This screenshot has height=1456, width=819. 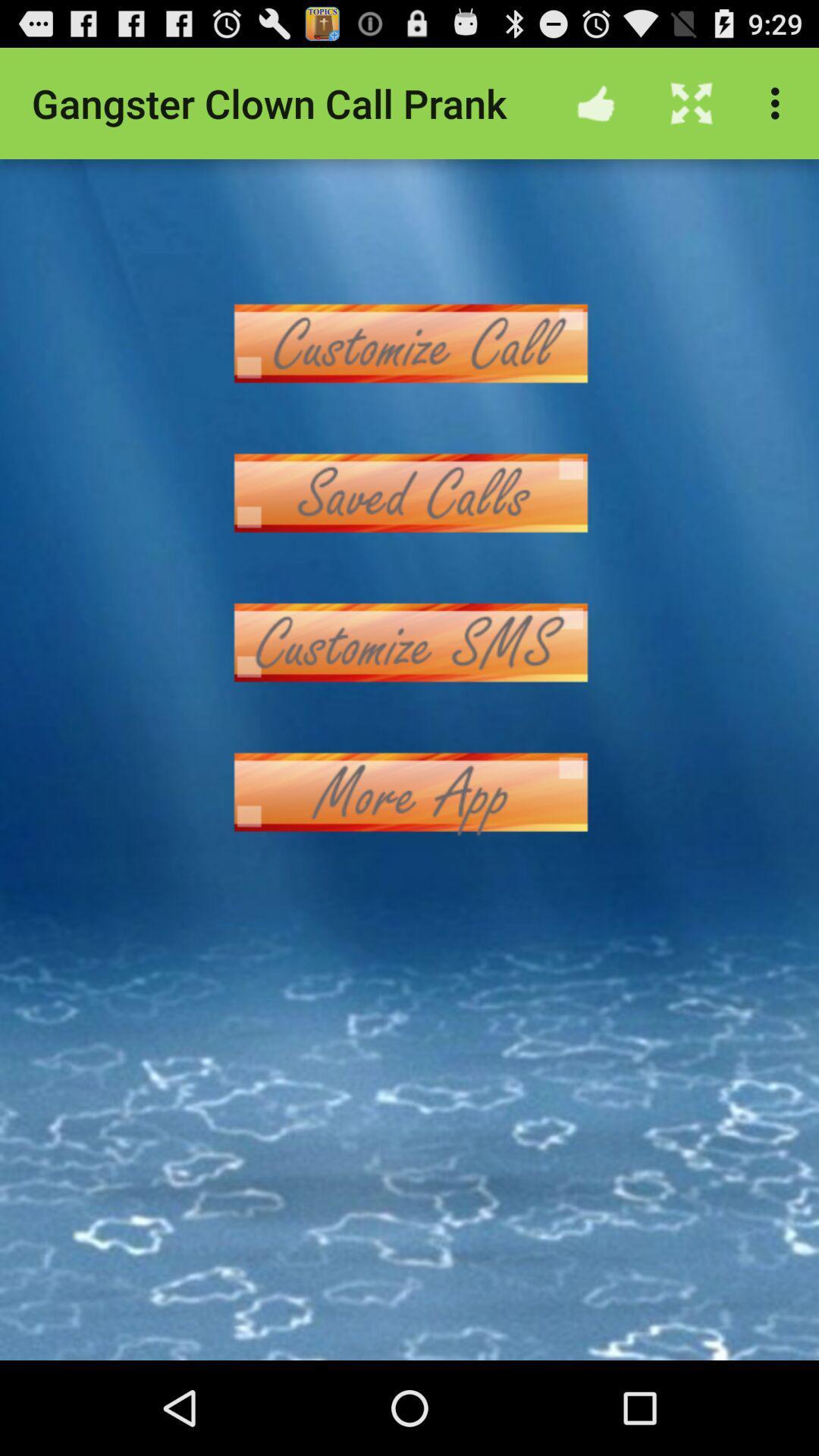 What do you see at coordinates (409, 493) in the screenshot?
I see `see saved calls` at bounding box center [409, 493].